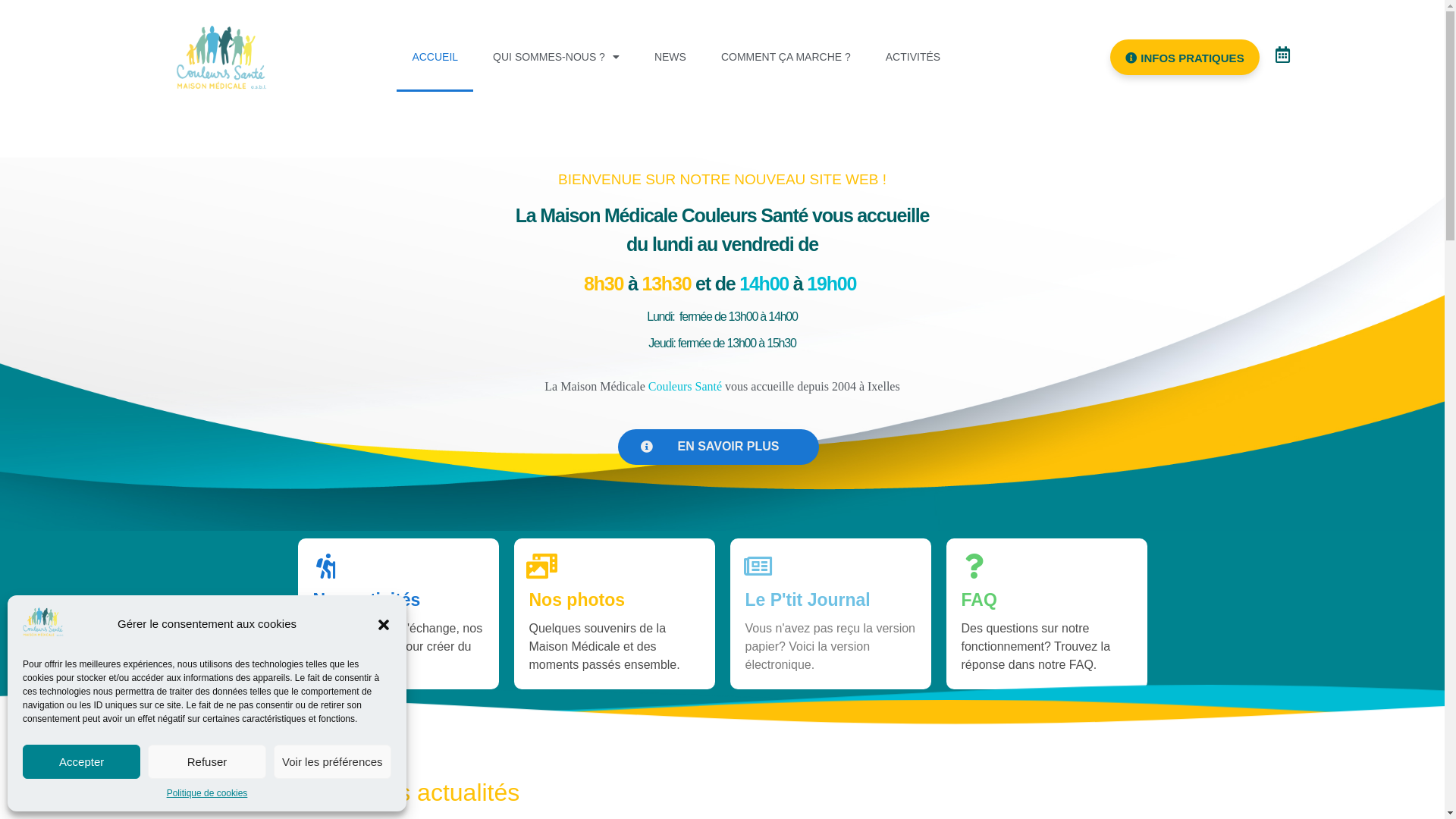  I want to click on 'INFOS PRATIQUES', so click(1183, 56).